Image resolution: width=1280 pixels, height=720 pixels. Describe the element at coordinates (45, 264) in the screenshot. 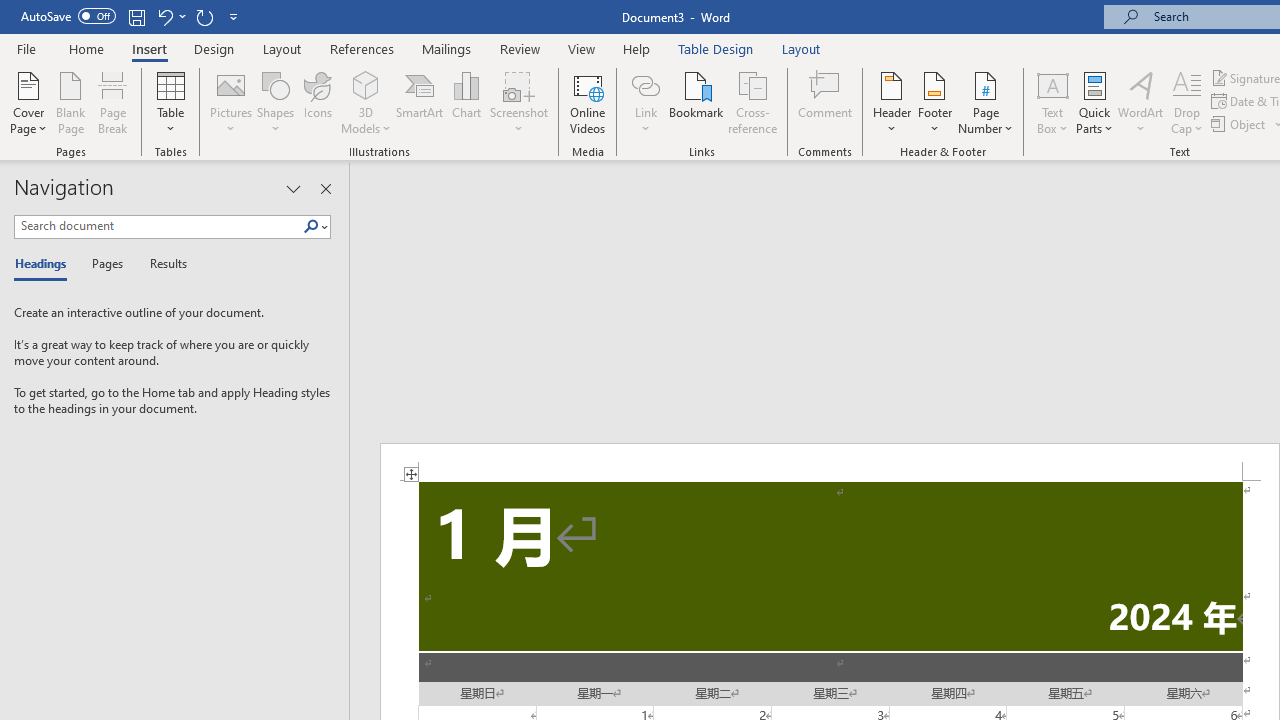

I see `'Headings'` at that location.